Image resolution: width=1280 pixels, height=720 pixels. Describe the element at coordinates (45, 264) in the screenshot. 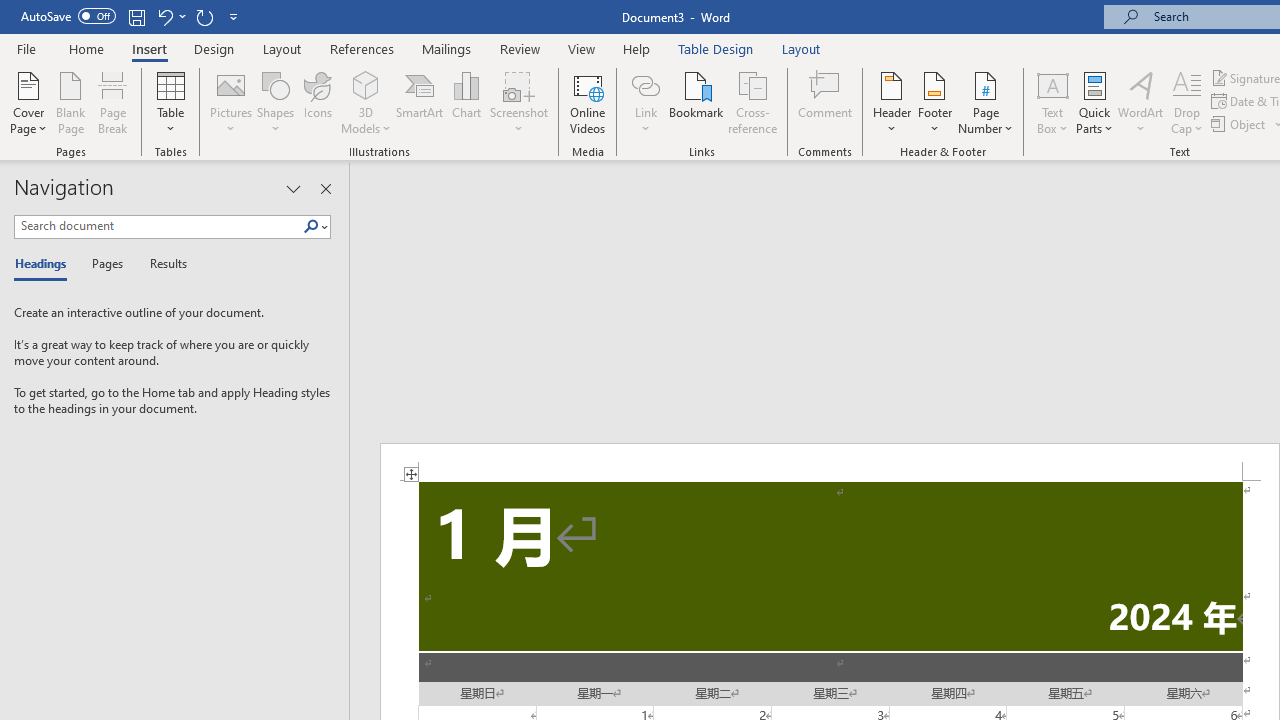

I see `'Headings'` at that location.